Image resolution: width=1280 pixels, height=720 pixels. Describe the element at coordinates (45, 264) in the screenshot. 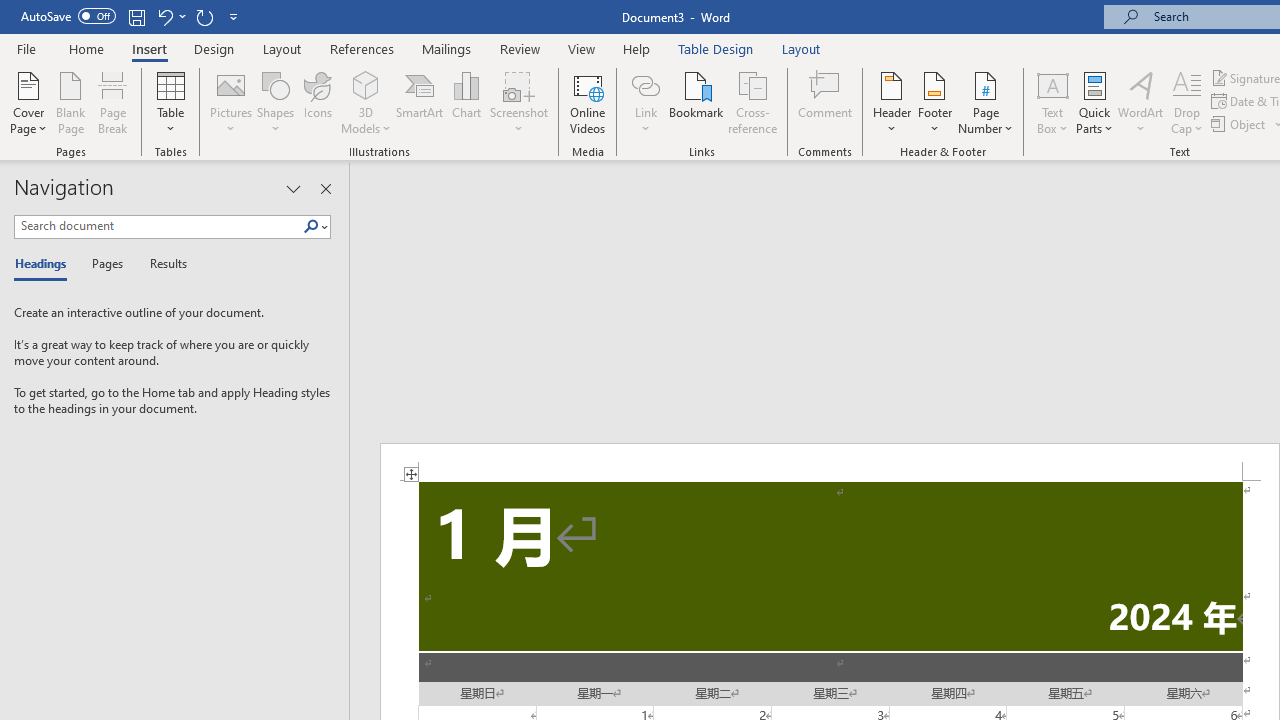

I see `'Headings'` at that location.